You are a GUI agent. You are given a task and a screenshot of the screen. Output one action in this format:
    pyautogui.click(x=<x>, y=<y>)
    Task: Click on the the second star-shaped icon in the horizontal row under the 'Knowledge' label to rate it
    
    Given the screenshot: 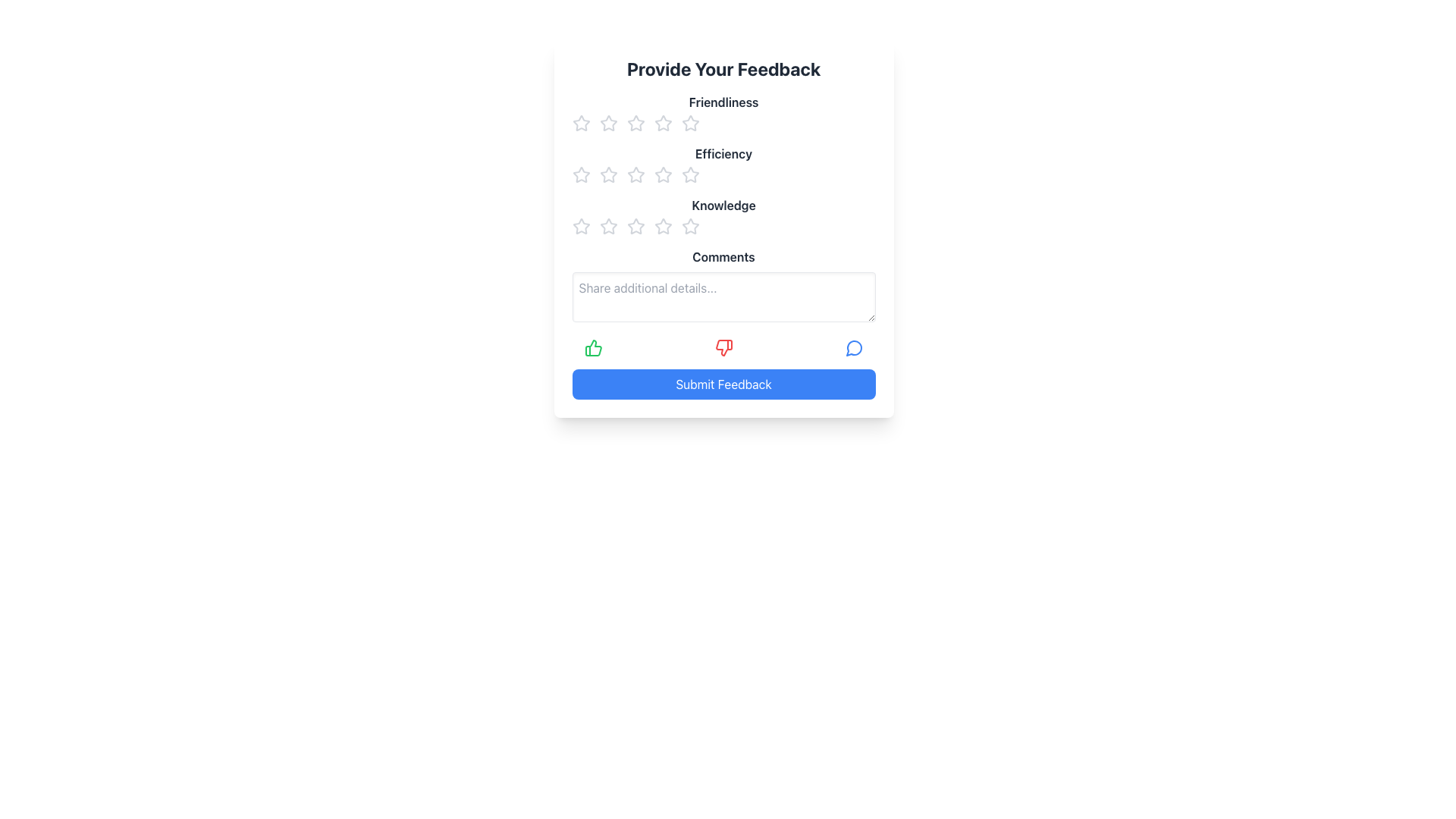 What is the action you would take?
    pyautogui.click(x=580, y=226)
    